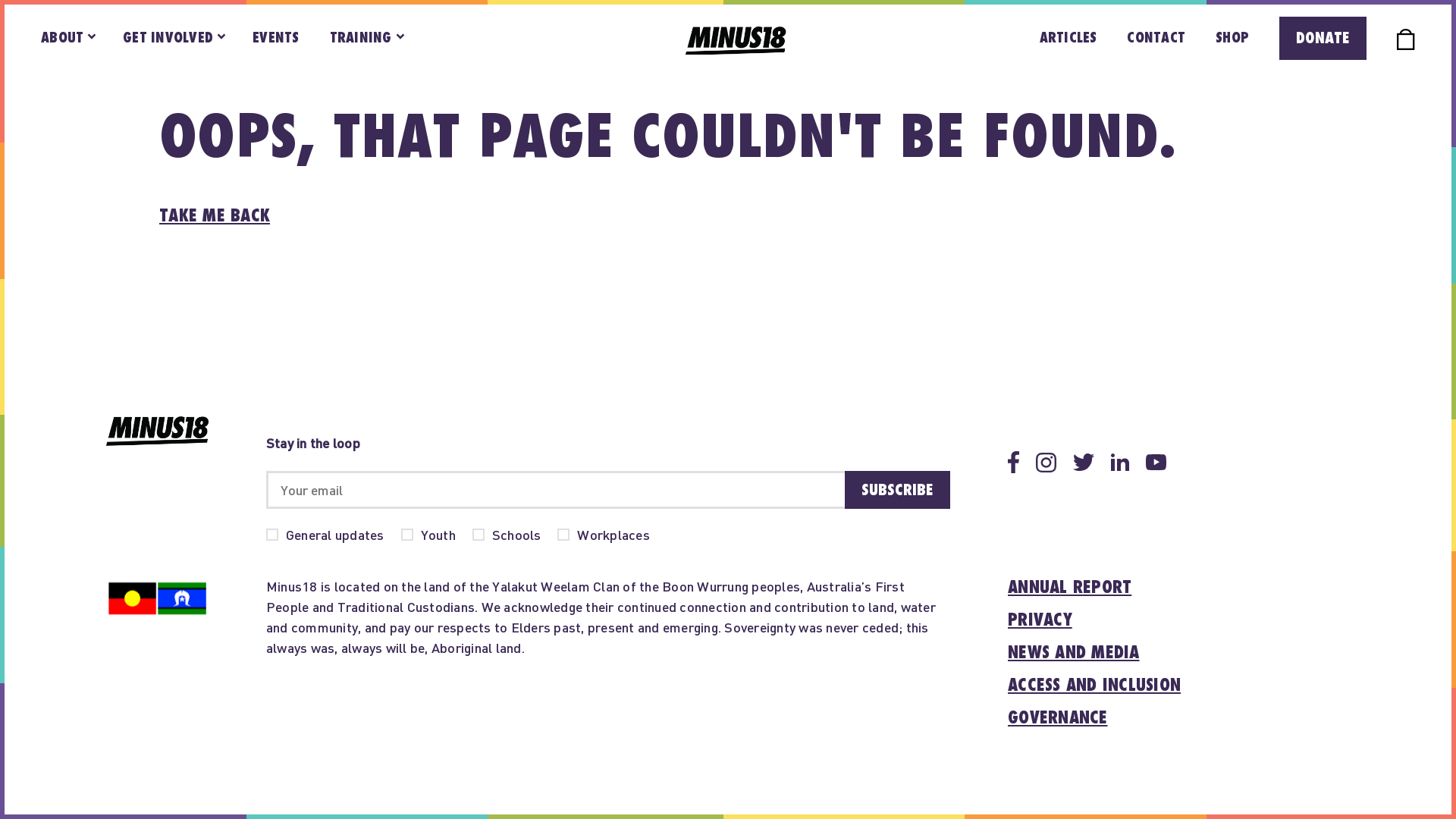  What do you see at coordinates (1008, 587) in the screenshot?
I see `'ANNUAL REPORT'` at bounding box center [1008, 587].